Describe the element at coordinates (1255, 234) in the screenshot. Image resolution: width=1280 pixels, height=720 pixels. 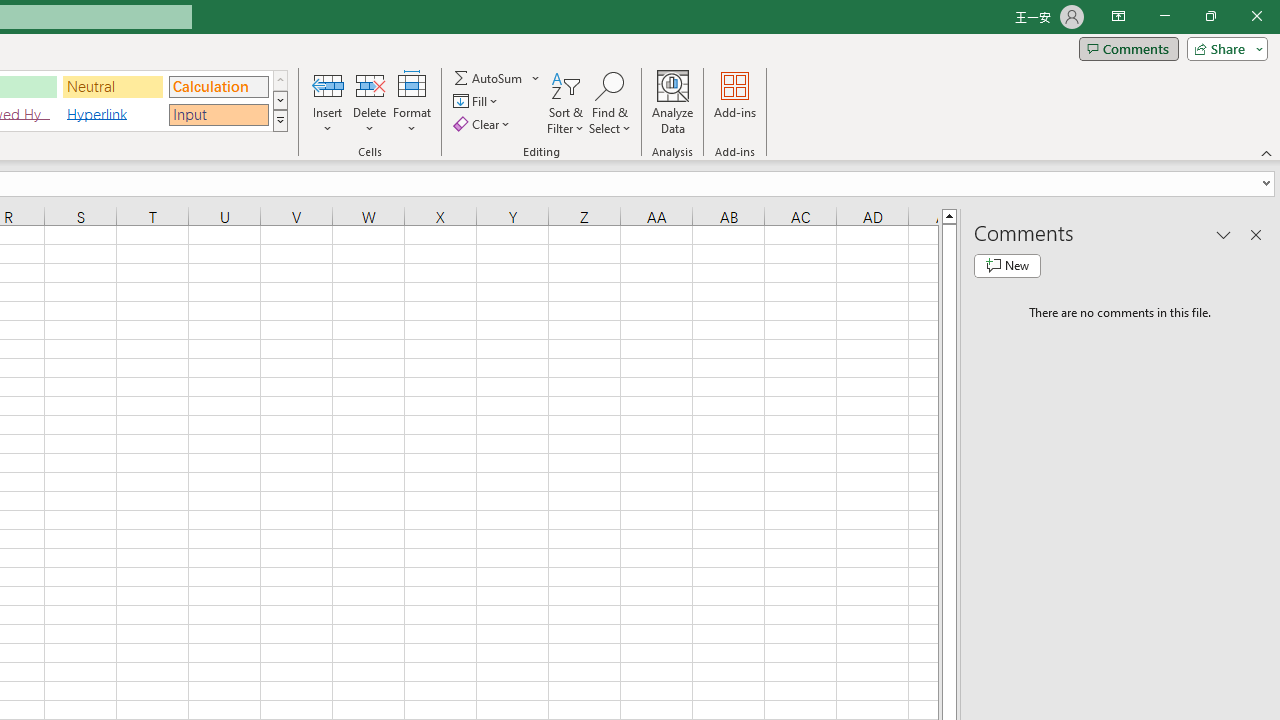
I see `'Close pane'` at that location.